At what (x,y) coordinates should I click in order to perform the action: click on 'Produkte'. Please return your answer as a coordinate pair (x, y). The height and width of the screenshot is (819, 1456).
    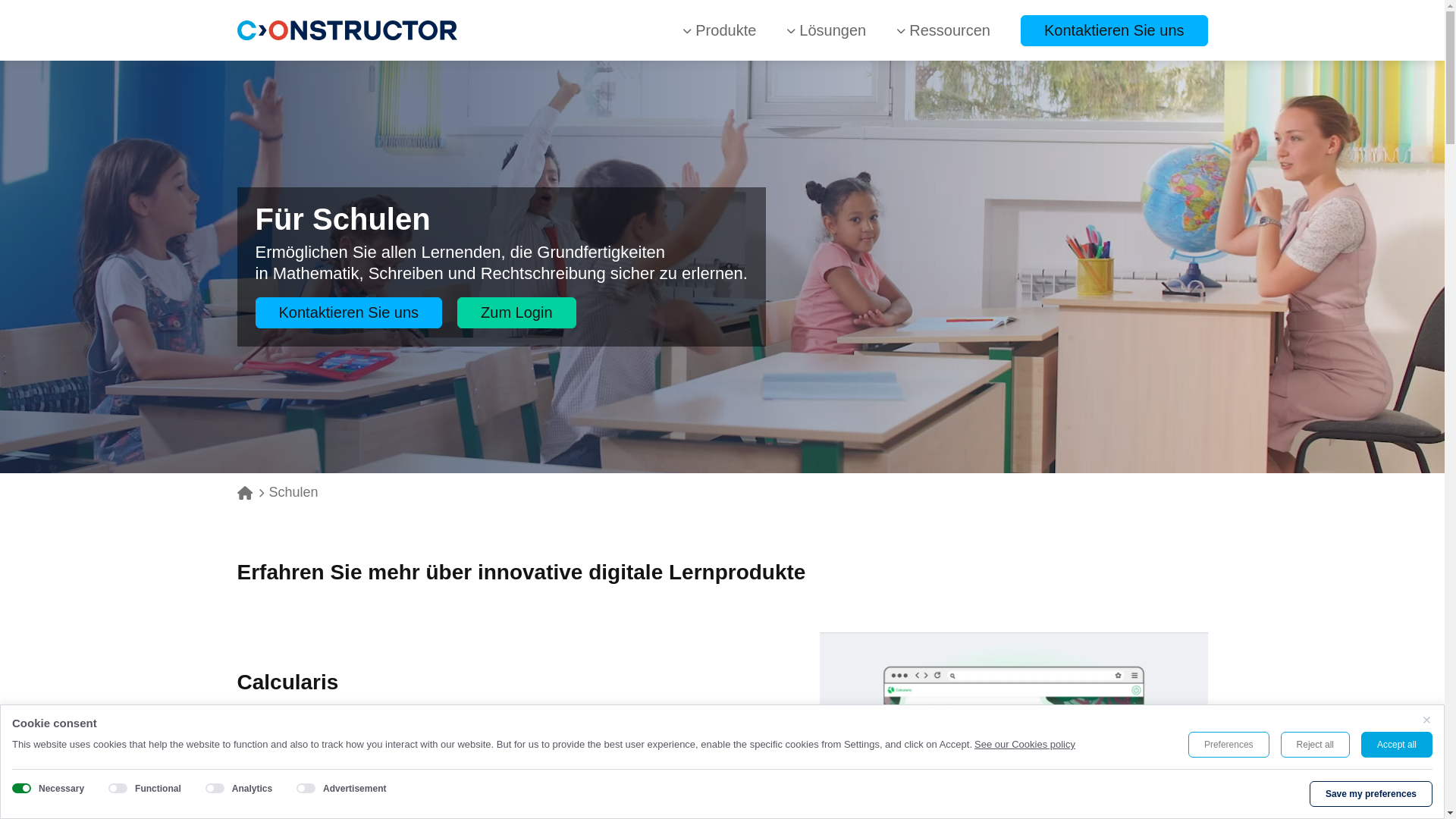
    Looking at the image, I should click on (718, 30).